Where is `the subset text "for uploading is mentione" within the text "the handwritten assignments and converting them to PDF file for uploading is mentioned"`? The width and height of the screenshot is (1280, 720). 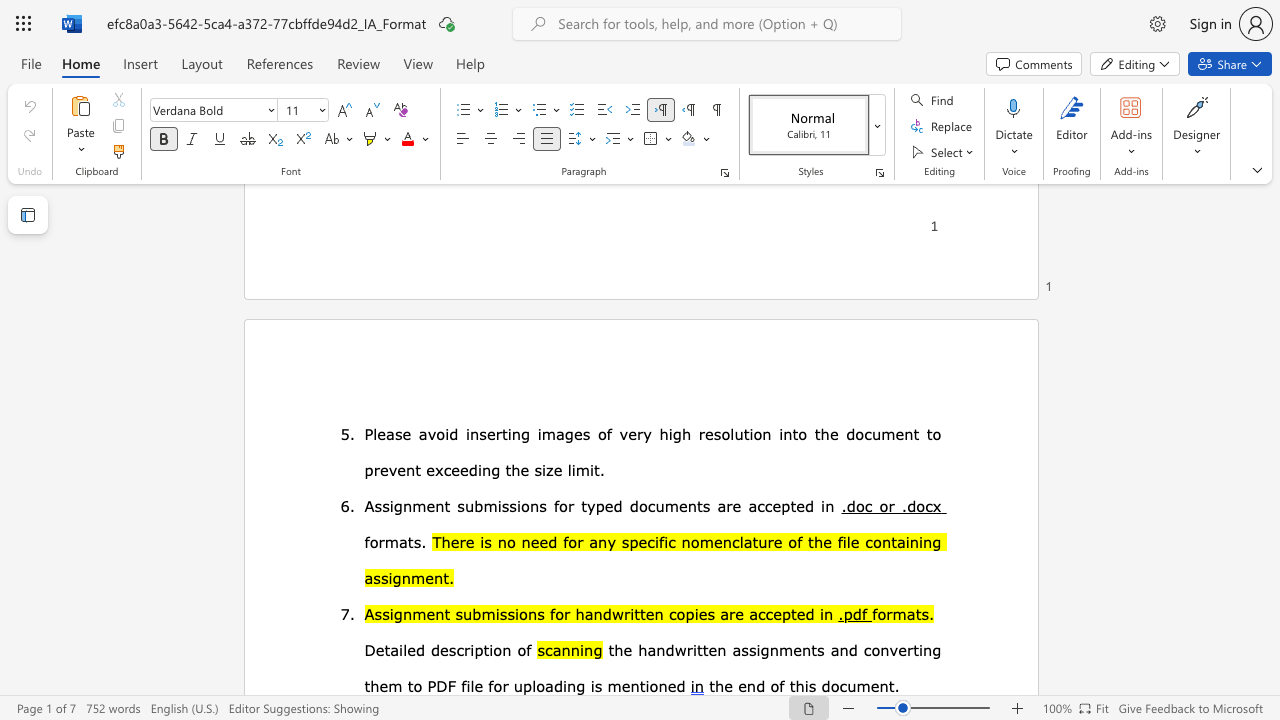
the subset text "for uploading is mentione" within the text "the handwritten assignments and converting them to PDF file for uploading is mentioned" is located at coordinates (488, 685).